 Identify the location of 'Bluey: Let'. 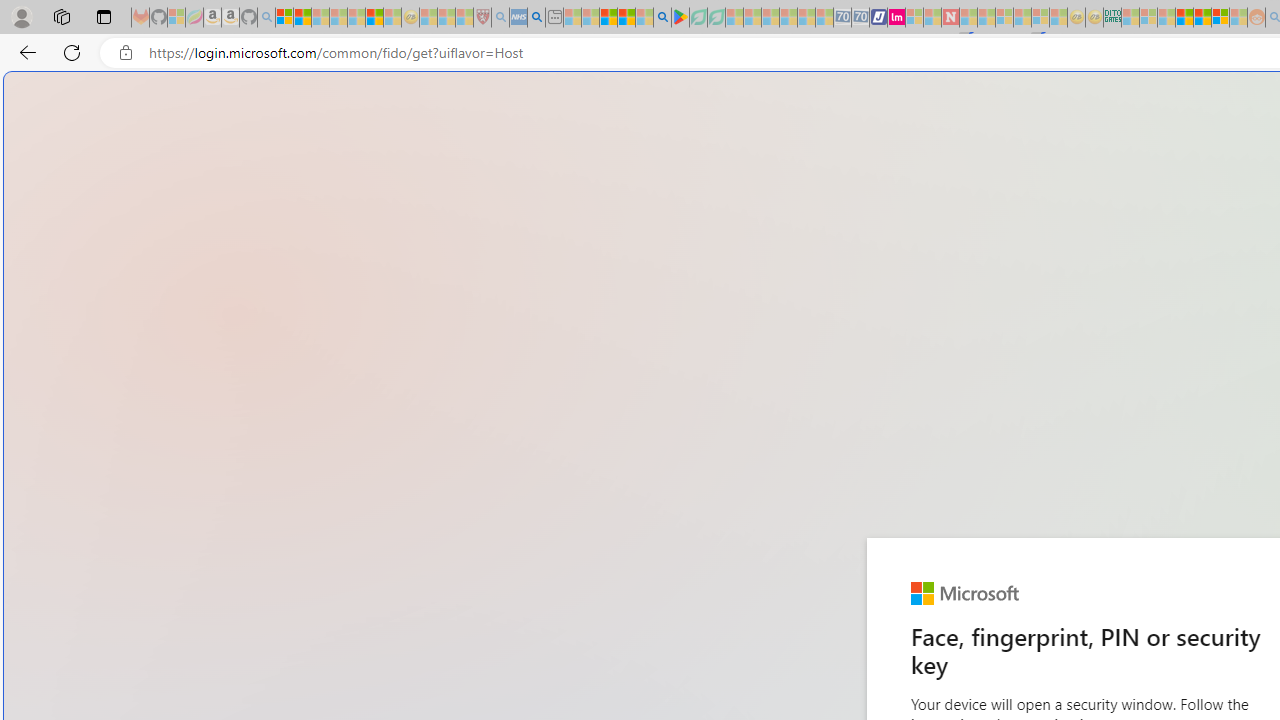
(680, 17).